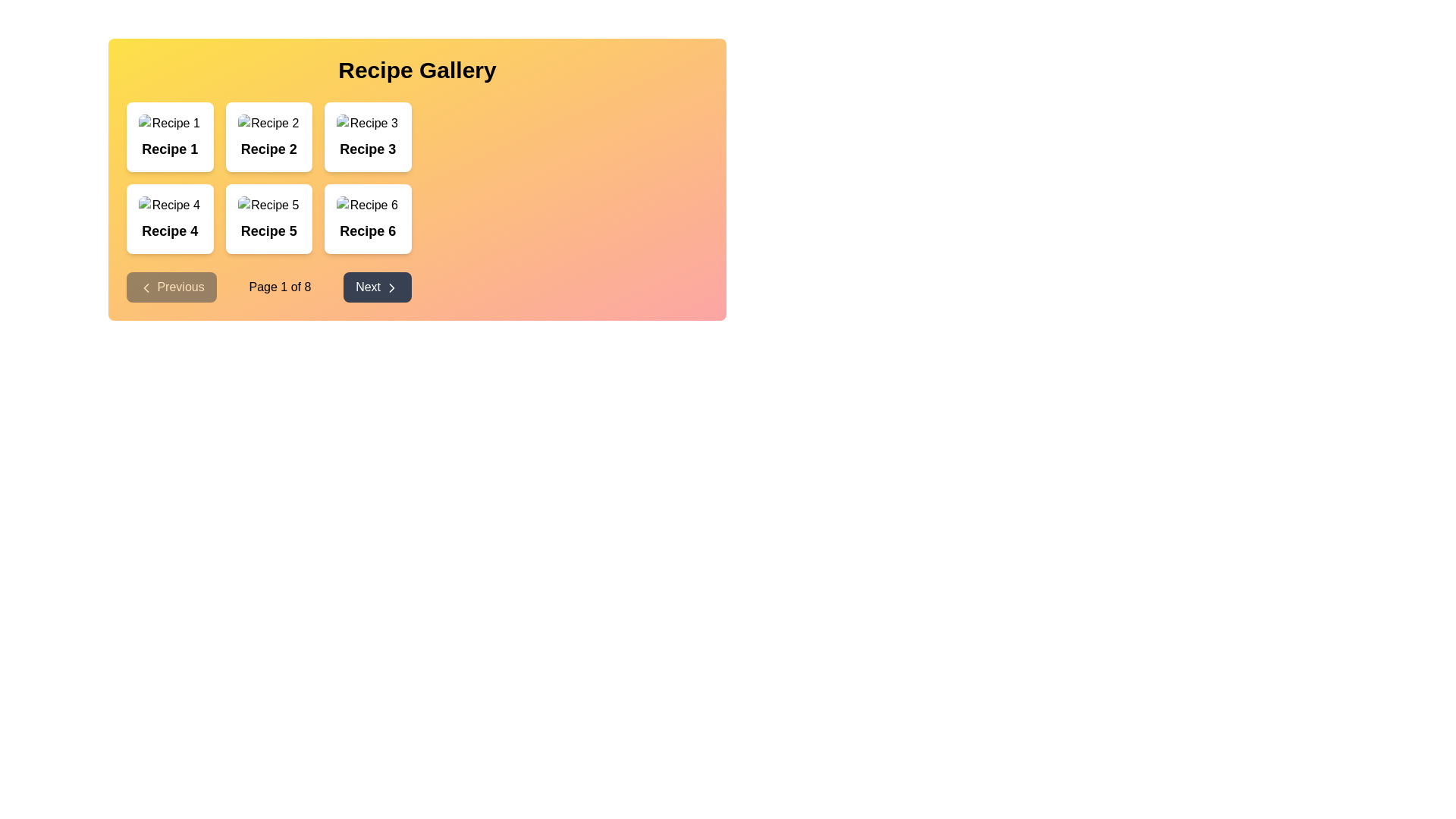  I want to click on the recipe title label located at the bottom of the second card in the top row of the 'Recipe Gallery' section, so click(268, 149).